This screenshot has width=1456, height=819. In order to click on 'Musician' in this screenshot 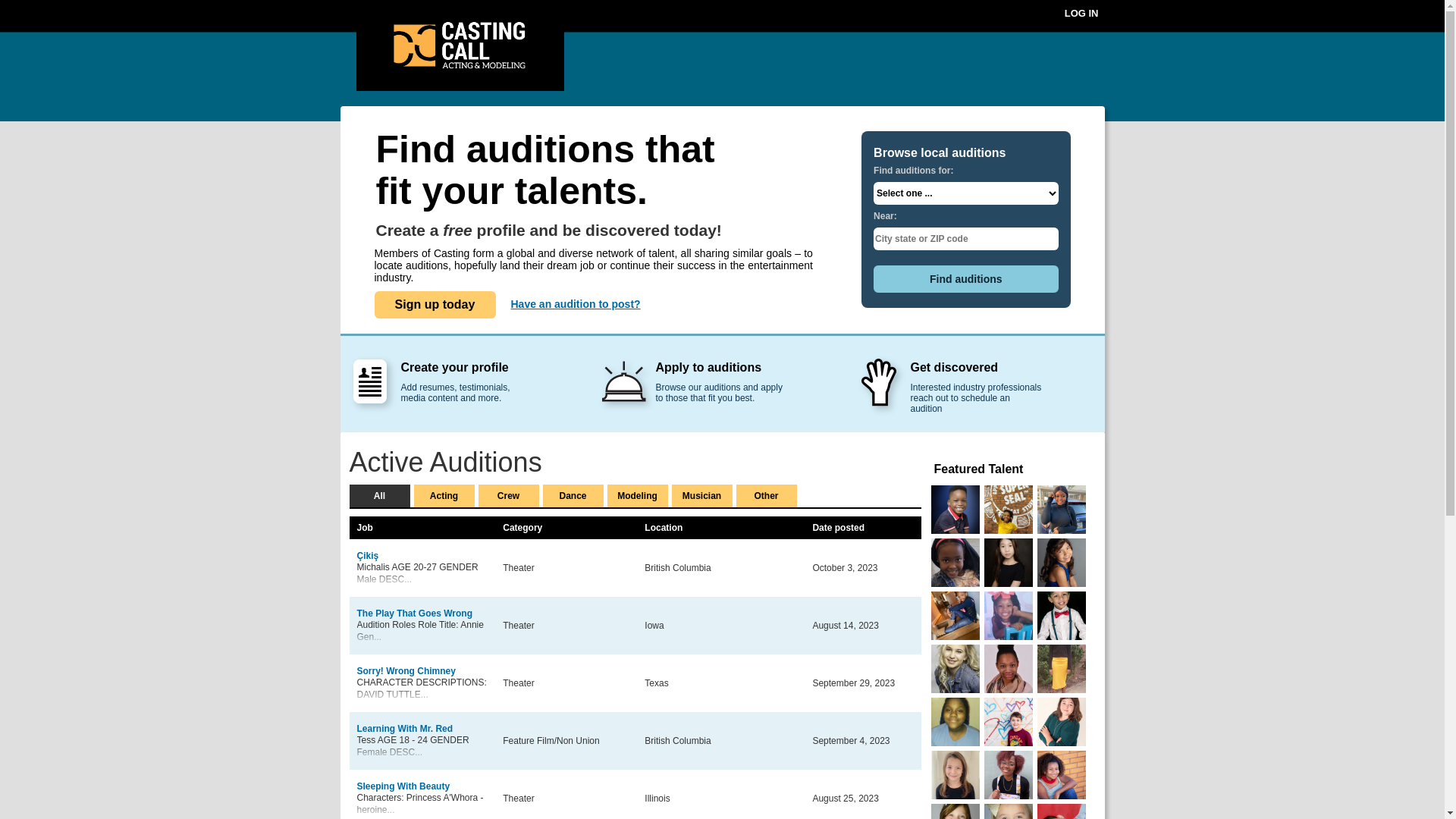, I will do `click(701, 496)`.